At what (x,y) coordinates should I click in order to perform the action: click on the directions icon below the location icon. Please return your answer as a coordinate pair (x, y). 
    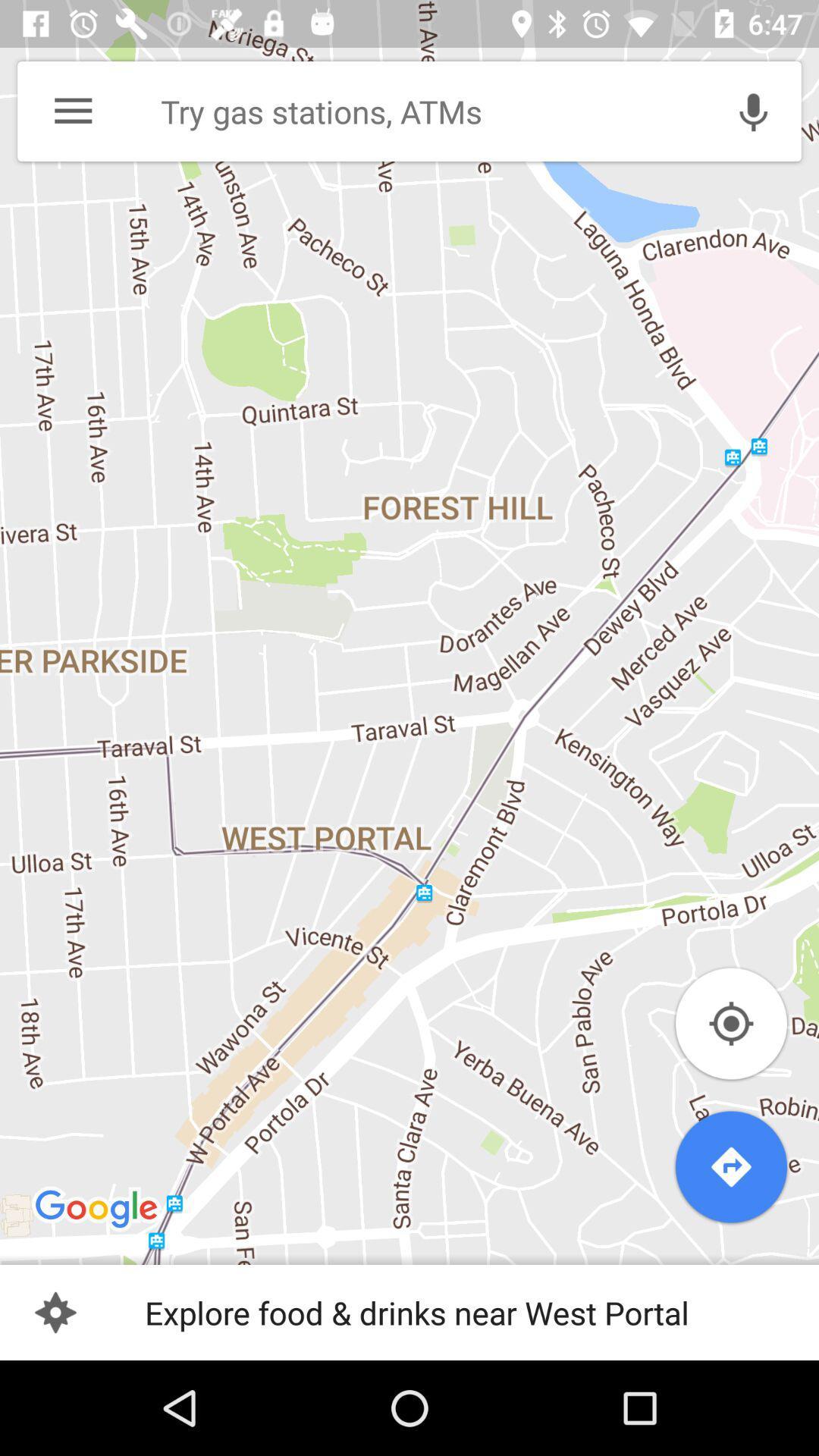
    Looking at the image, I should click on (730, 1166).